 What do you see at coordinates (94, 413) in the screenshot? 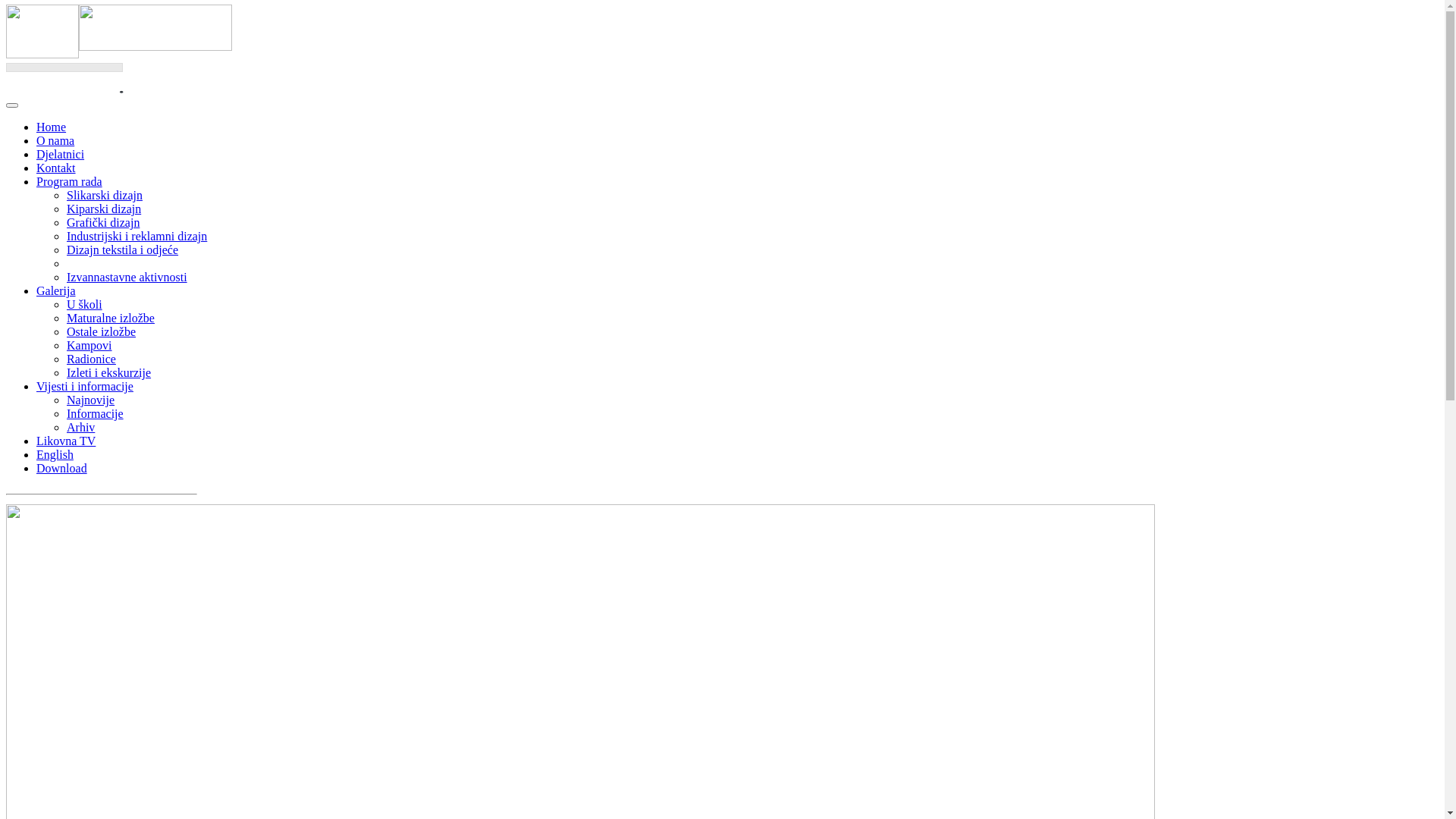
I see `'Informacije'` at bounding box center [94, 413].